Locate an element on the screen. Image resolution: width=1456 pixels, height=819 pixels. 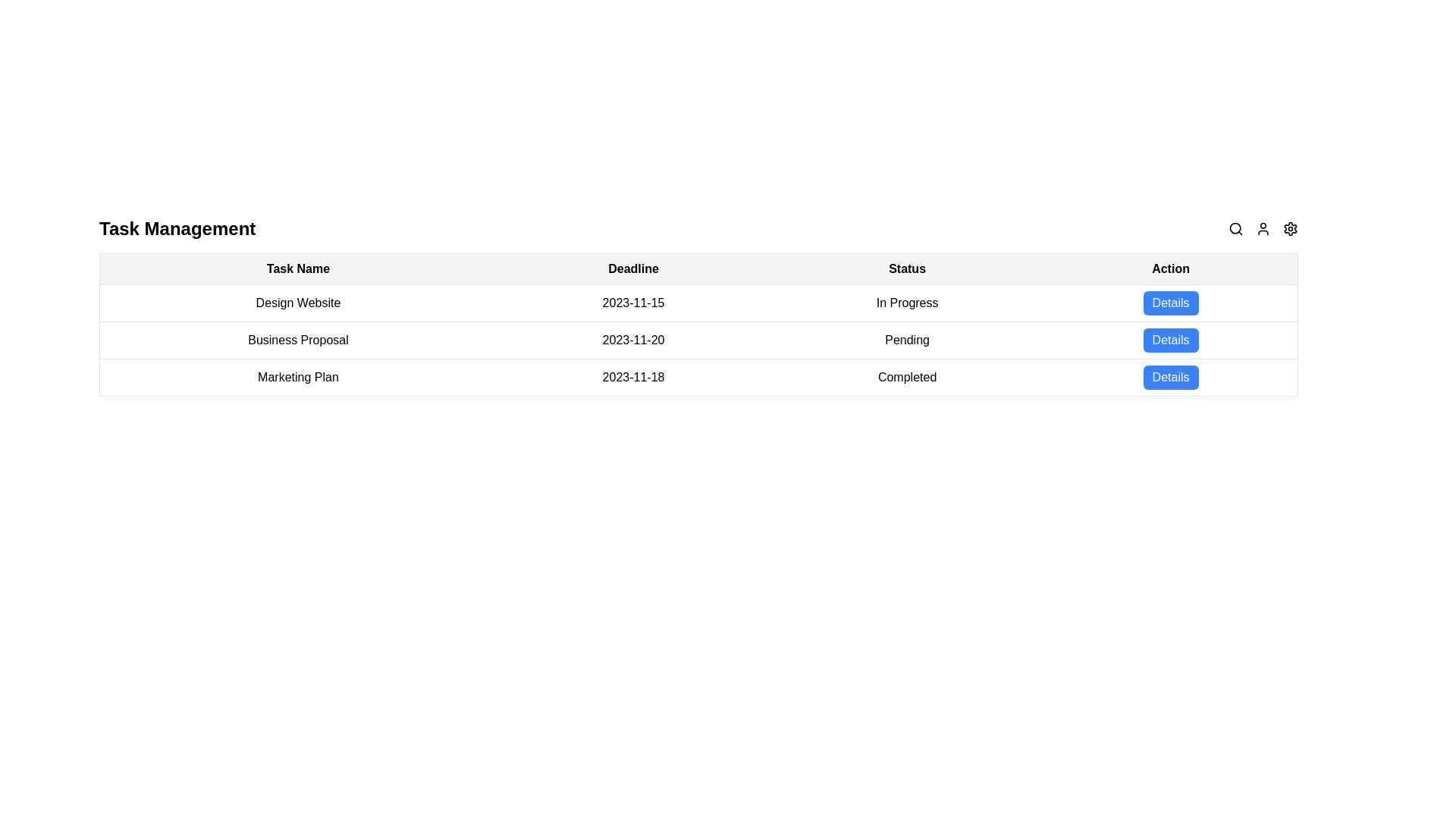
the gear icon button, which is the third icon from the right in the top-right corner of the interface is located at coordinates (1290, 228).